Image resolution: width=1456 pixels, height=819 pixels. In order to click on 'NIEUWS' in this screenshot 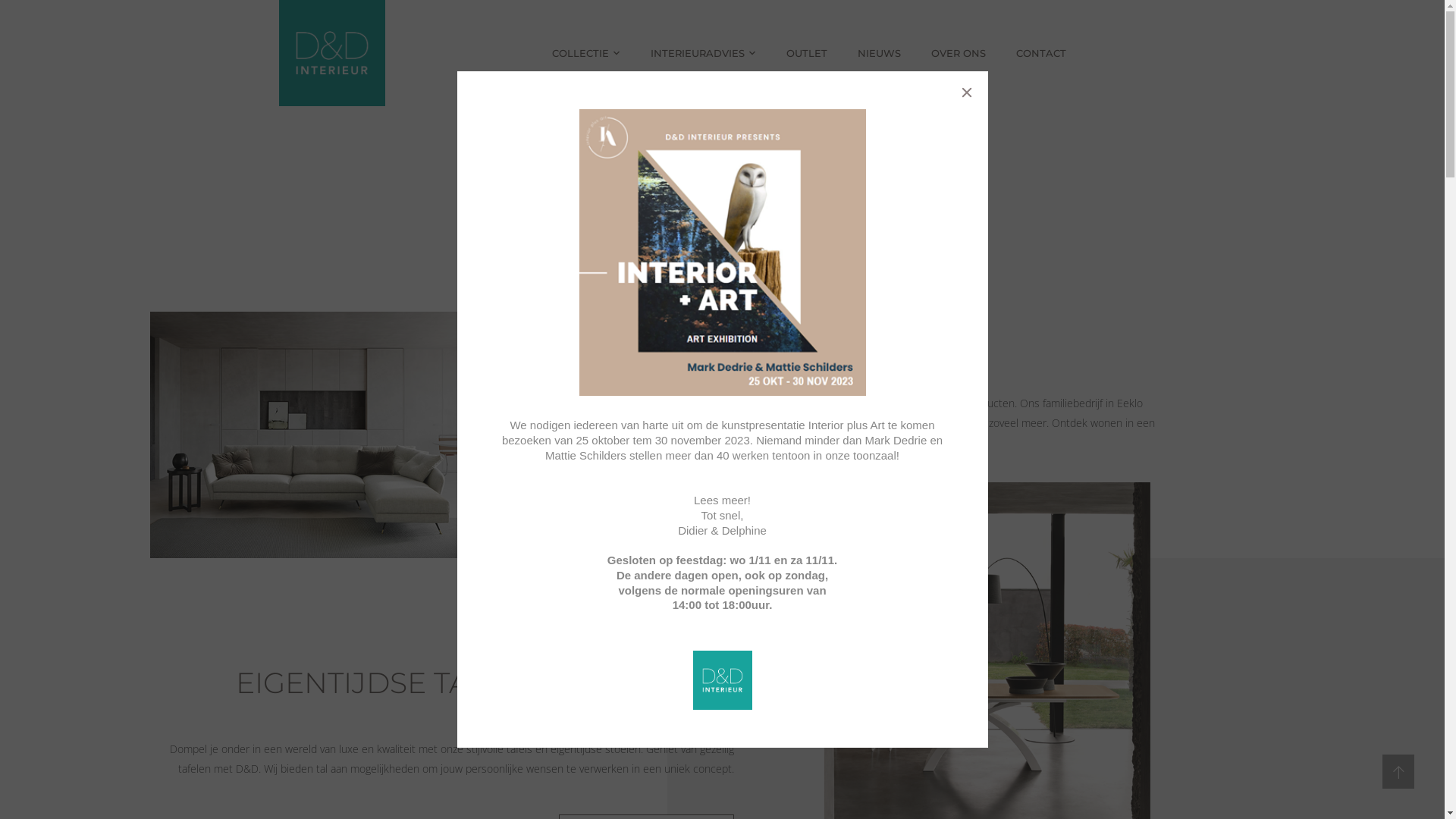, I will do `click(879, 52)`.